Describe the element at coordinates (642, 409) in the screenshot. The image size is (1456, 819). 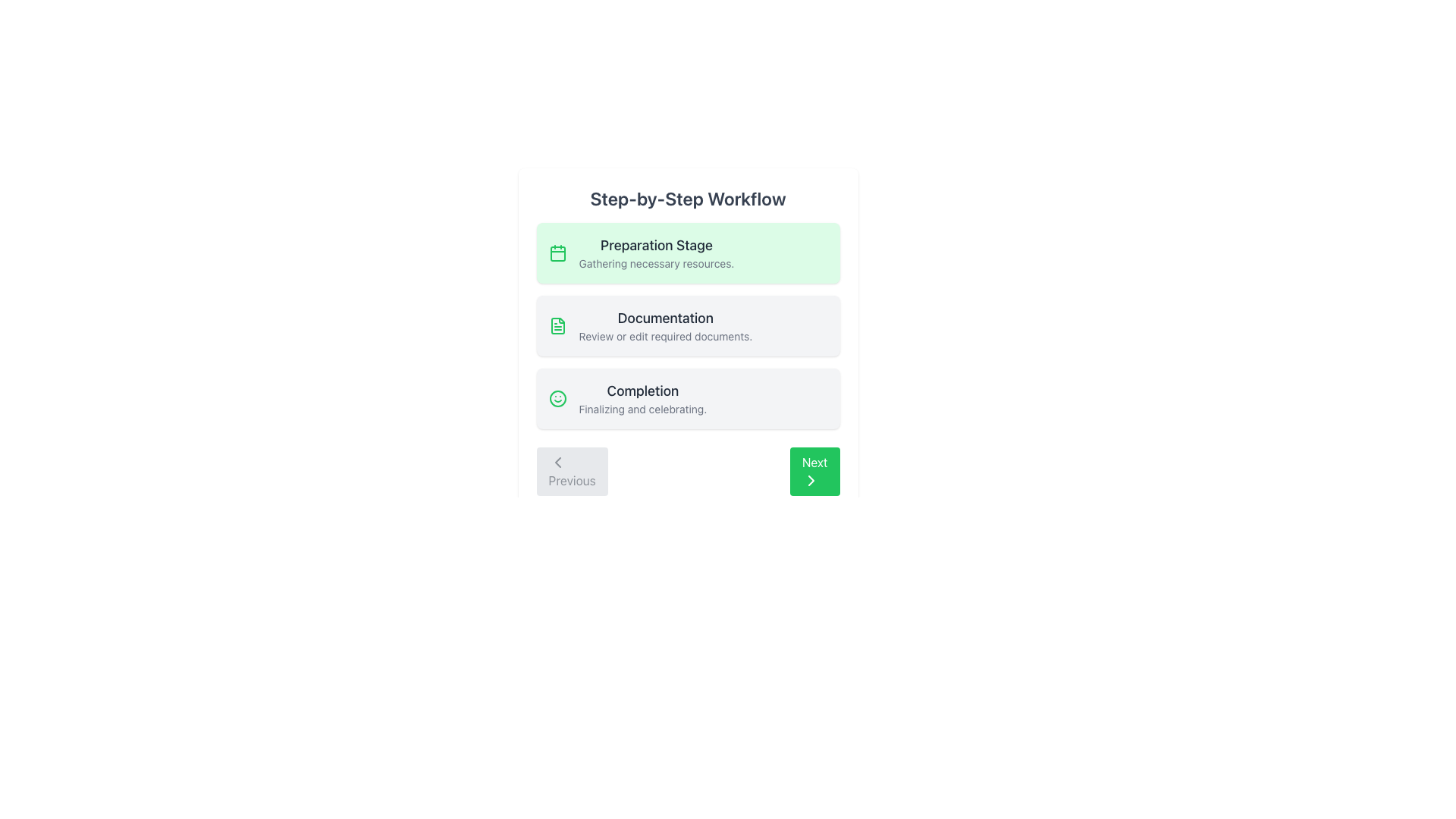
I see `the descriptive text element located below the 'Completion' label in the third section of the step-by-step workflow interface` at that location.